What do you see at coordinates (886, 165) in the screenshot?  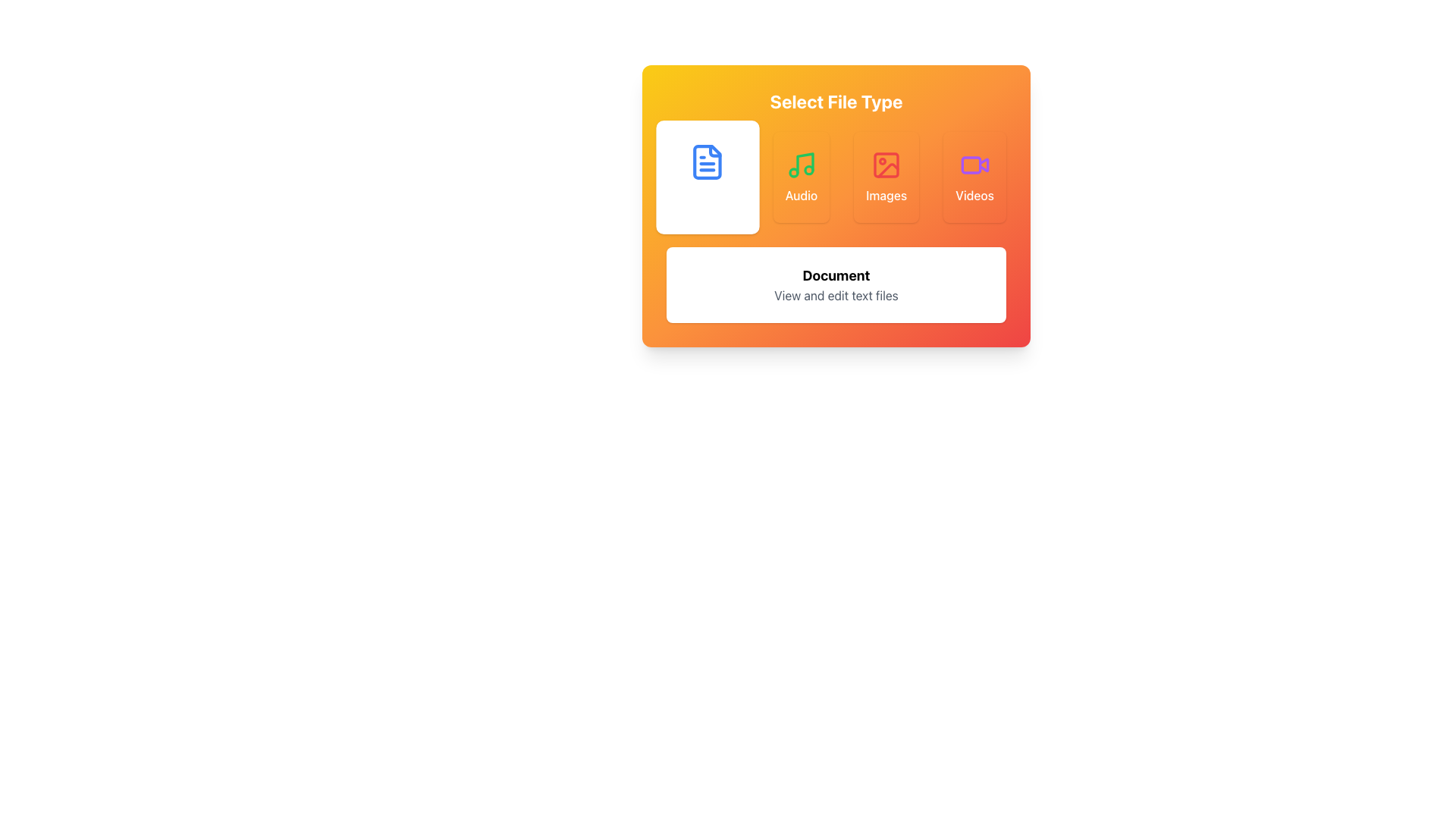 I see `the 'Images' category button, which is the third option from the left in the 'Select File Type' menu, to visually identify the category for image files` at bounding box center [886, 165].